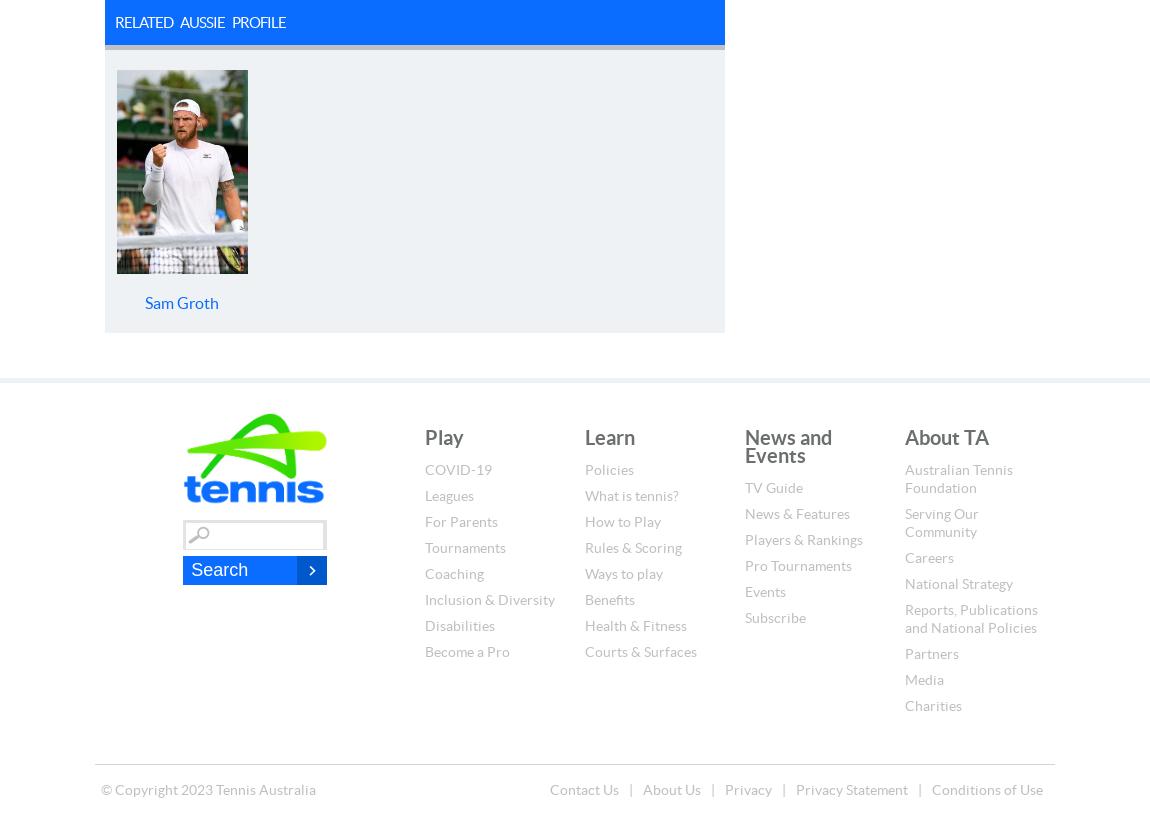 This screenshot has width=1150, height=819. I want to click on 'Become a Pro', so click(467, 652).